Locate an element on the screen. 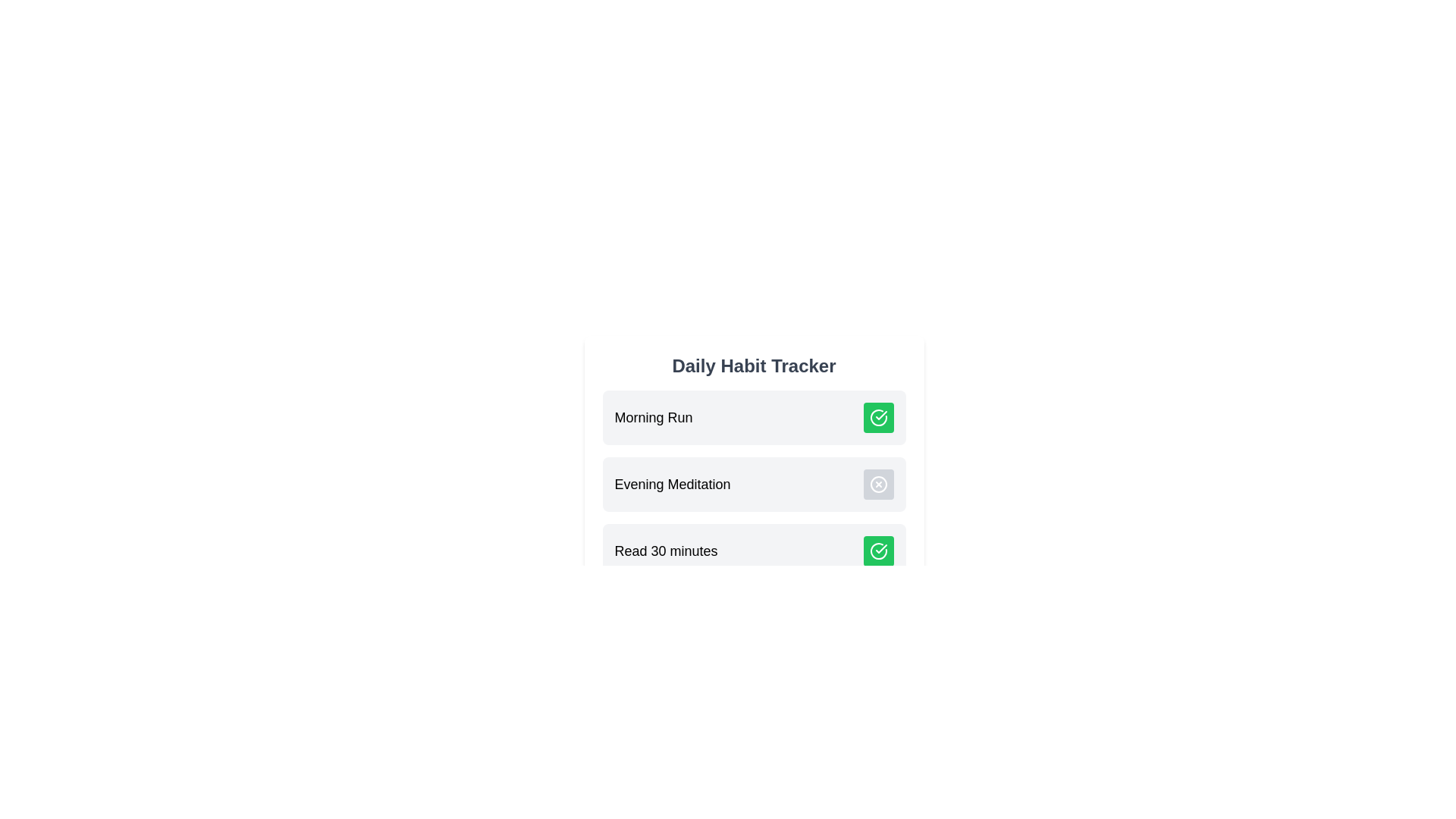 This screenshot has width=1456, height=819. the circular checkmark icon within a bordered circle, which is the third icon under 'Daily Habit Tracker' for the 'Read 30 minutes' task is located at coordinates (878, 418).